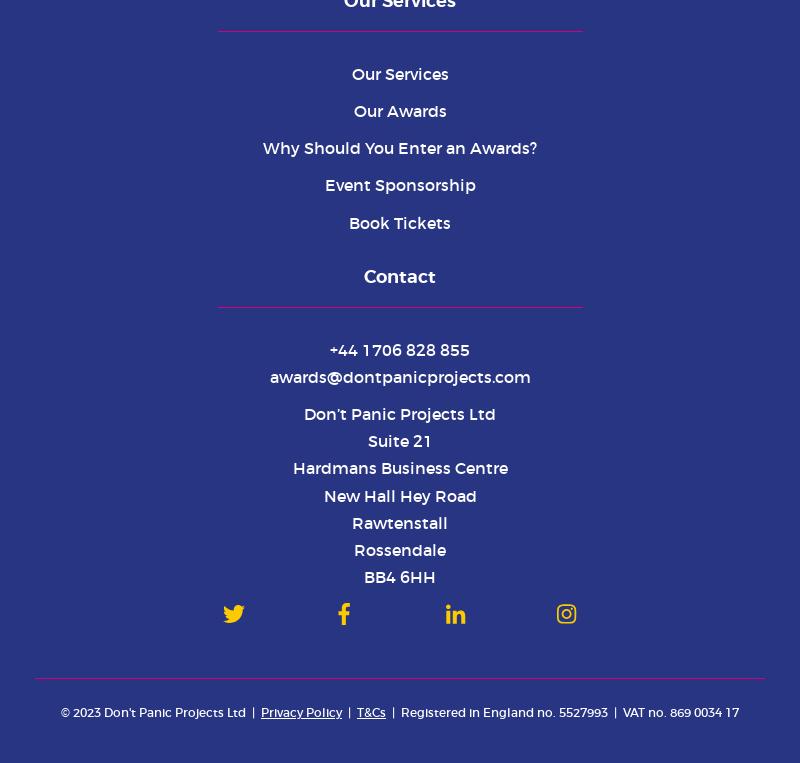  I want to click on 'BB4 6HH', so click(364, 575).